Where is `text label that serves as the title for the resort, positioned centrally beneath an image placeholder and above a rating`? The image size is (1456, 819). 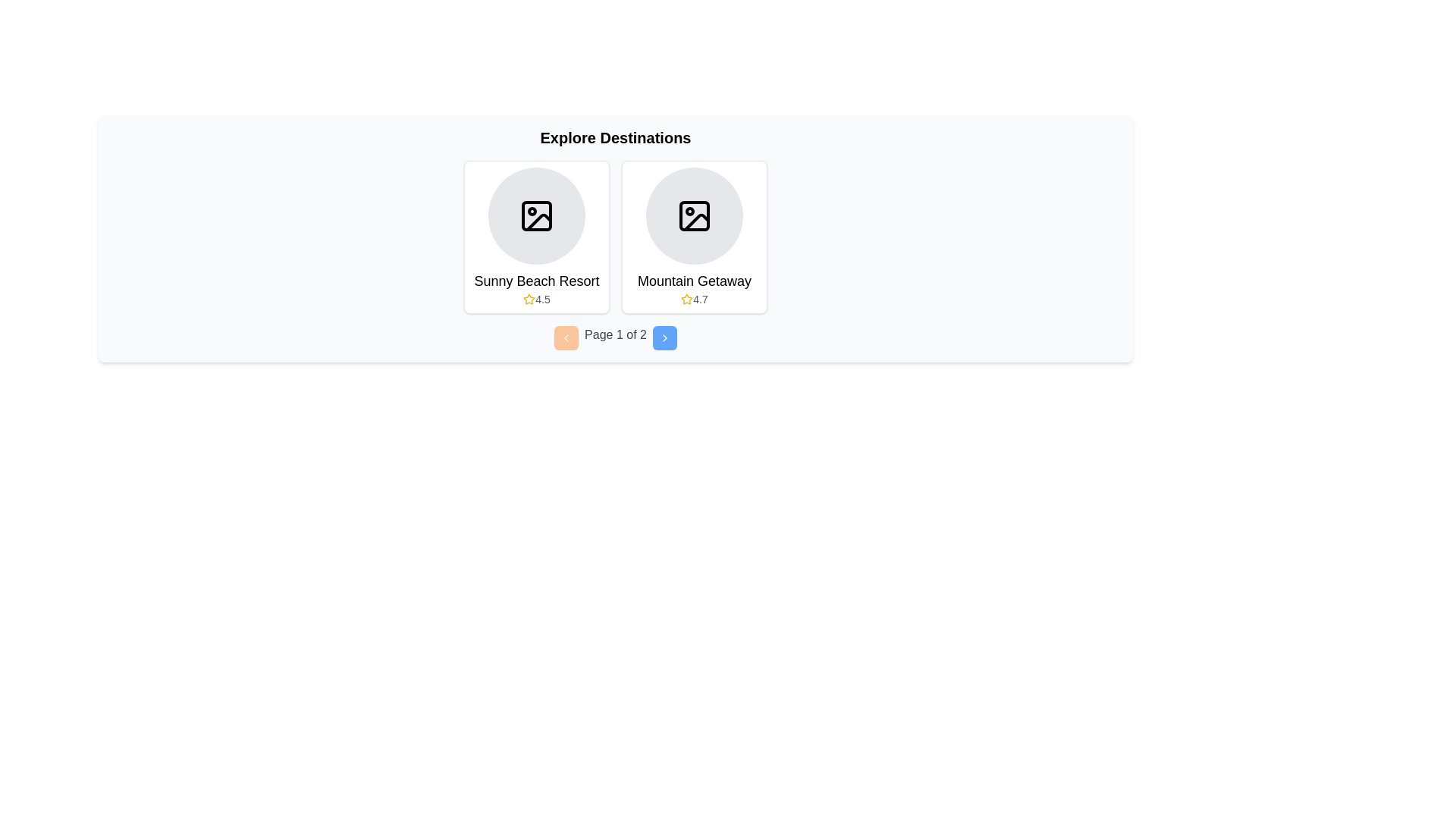 text label that serves as the title for the resort, positioned centrally beneath an image placeholder and above a rating is located at coordinates (537, 281).